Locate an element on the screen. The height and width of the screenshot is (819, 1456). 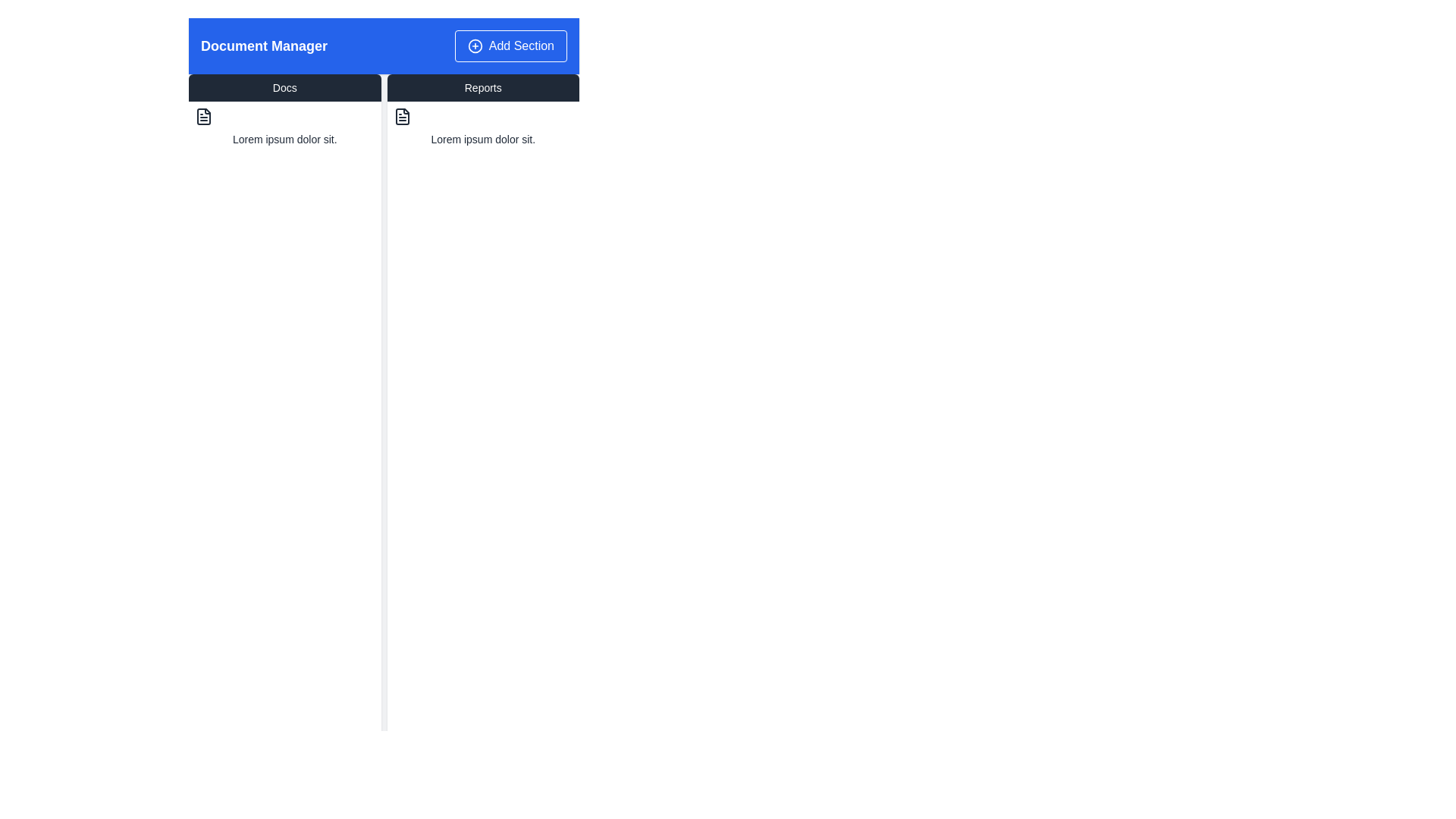
the Text Label that serves as the title or identifier for the 'Document Manager' section, positioned on the left side of the header bar is located at coordinates (264, 45).